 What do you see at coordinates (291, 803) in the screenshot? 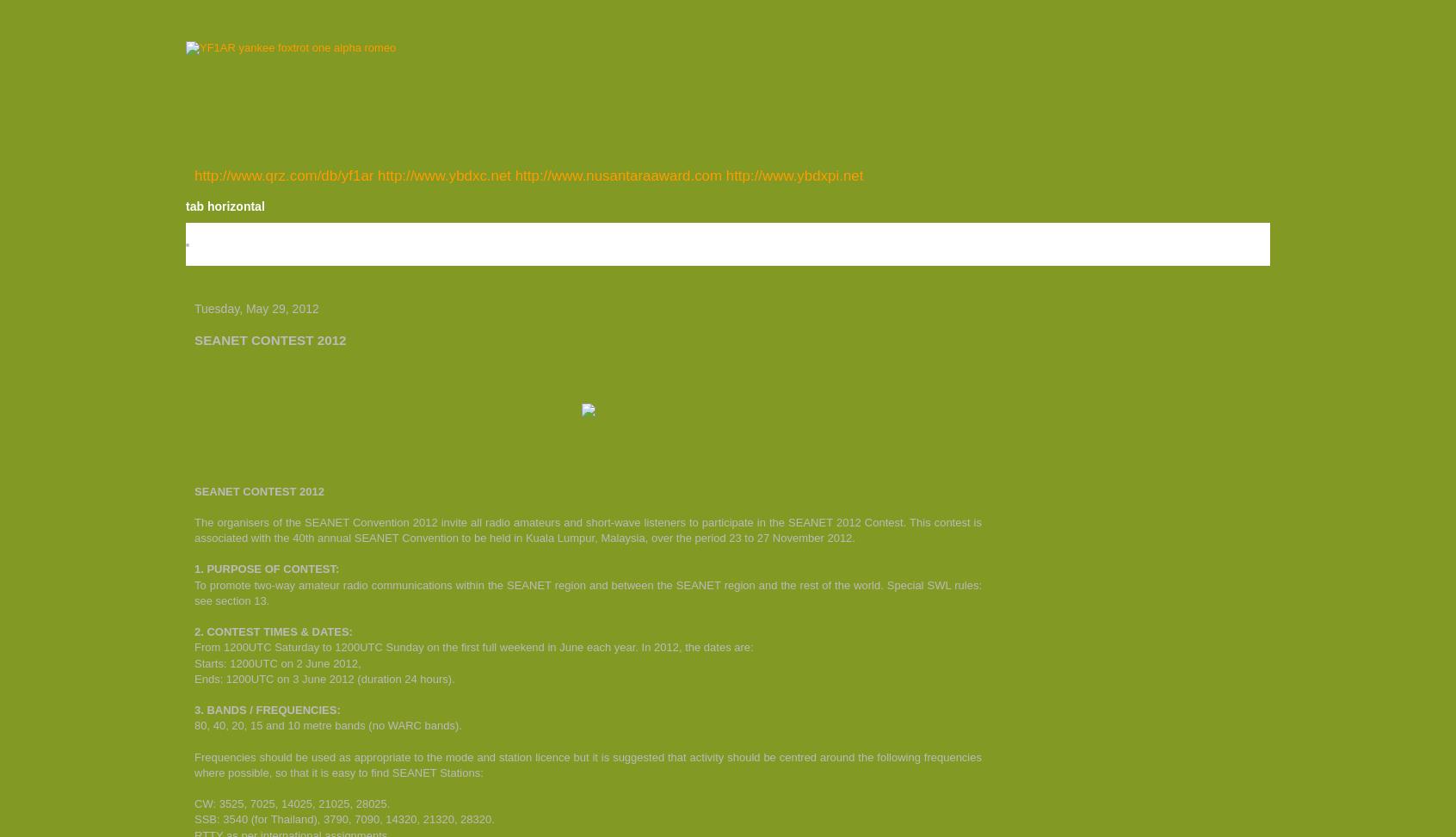
I see `'CW: 3525, 7025, 14025, 21025, 28025.'` at bounding box center [291, 803].